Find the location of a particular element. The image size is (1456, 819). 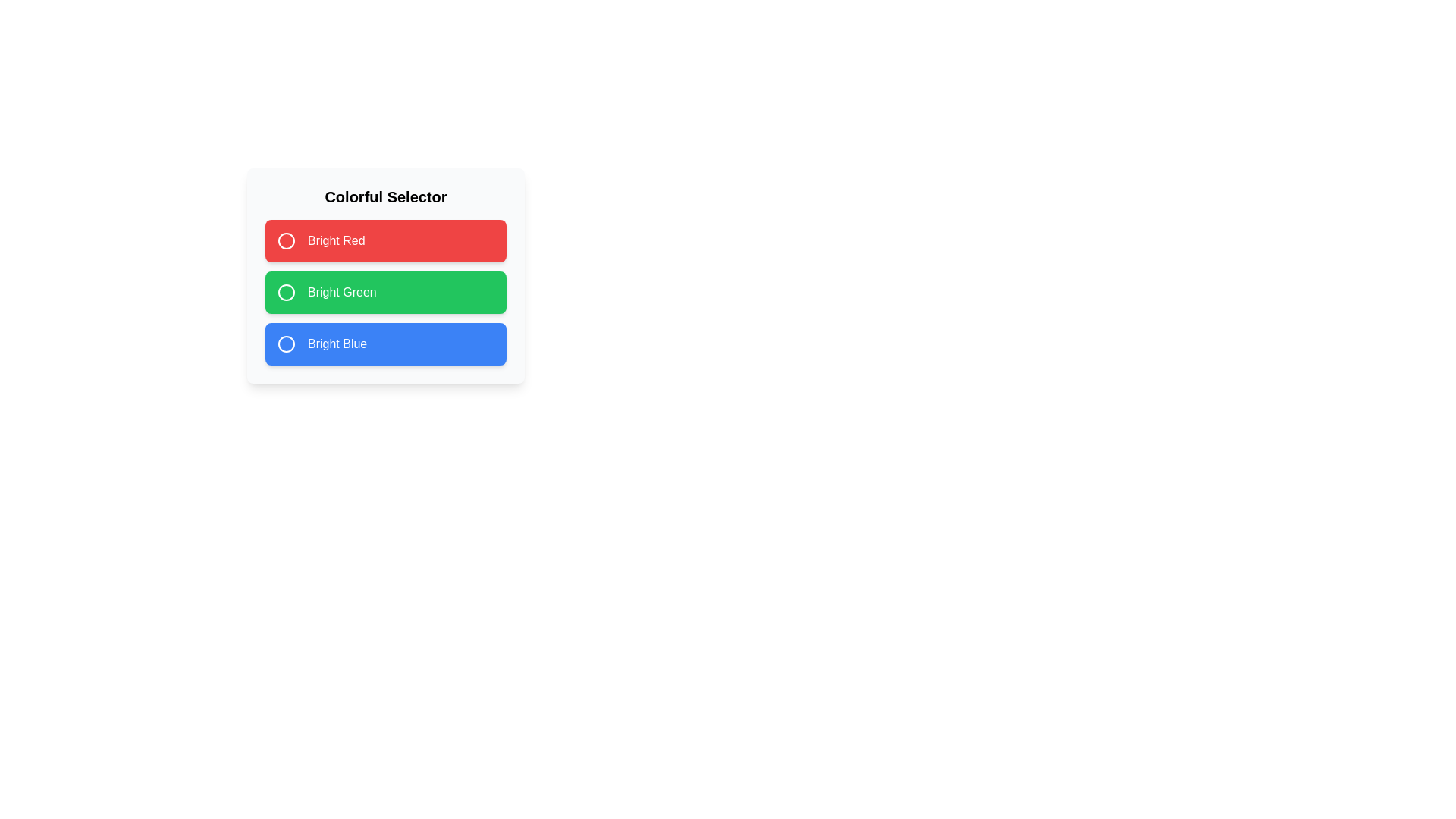

the 'Bright Green' button, which is a horizontally-aligned rectangular button with rounded corners and a bright green background, located below the 'Bright Red' button and above the 'Bright Blue' button is located at coordinates (385, 292).